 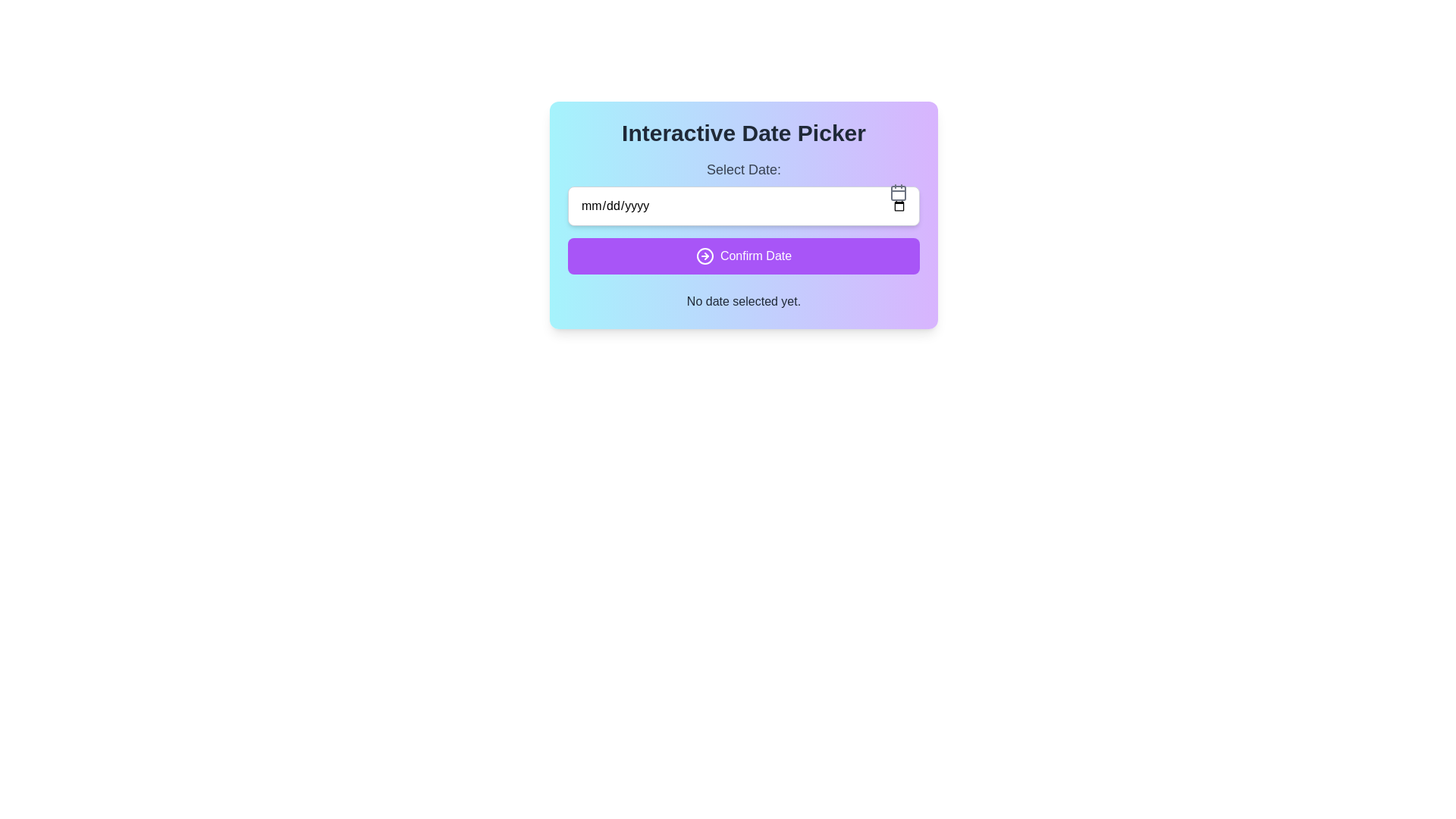 What do you see at coordinates (743, 133) in the screenshot?
I see `the bold title 'Interactive Date Picker' which is centrally positioned at the top of the card layout, styled in dark gray against a gradient background` at bounding box center [743, 133].